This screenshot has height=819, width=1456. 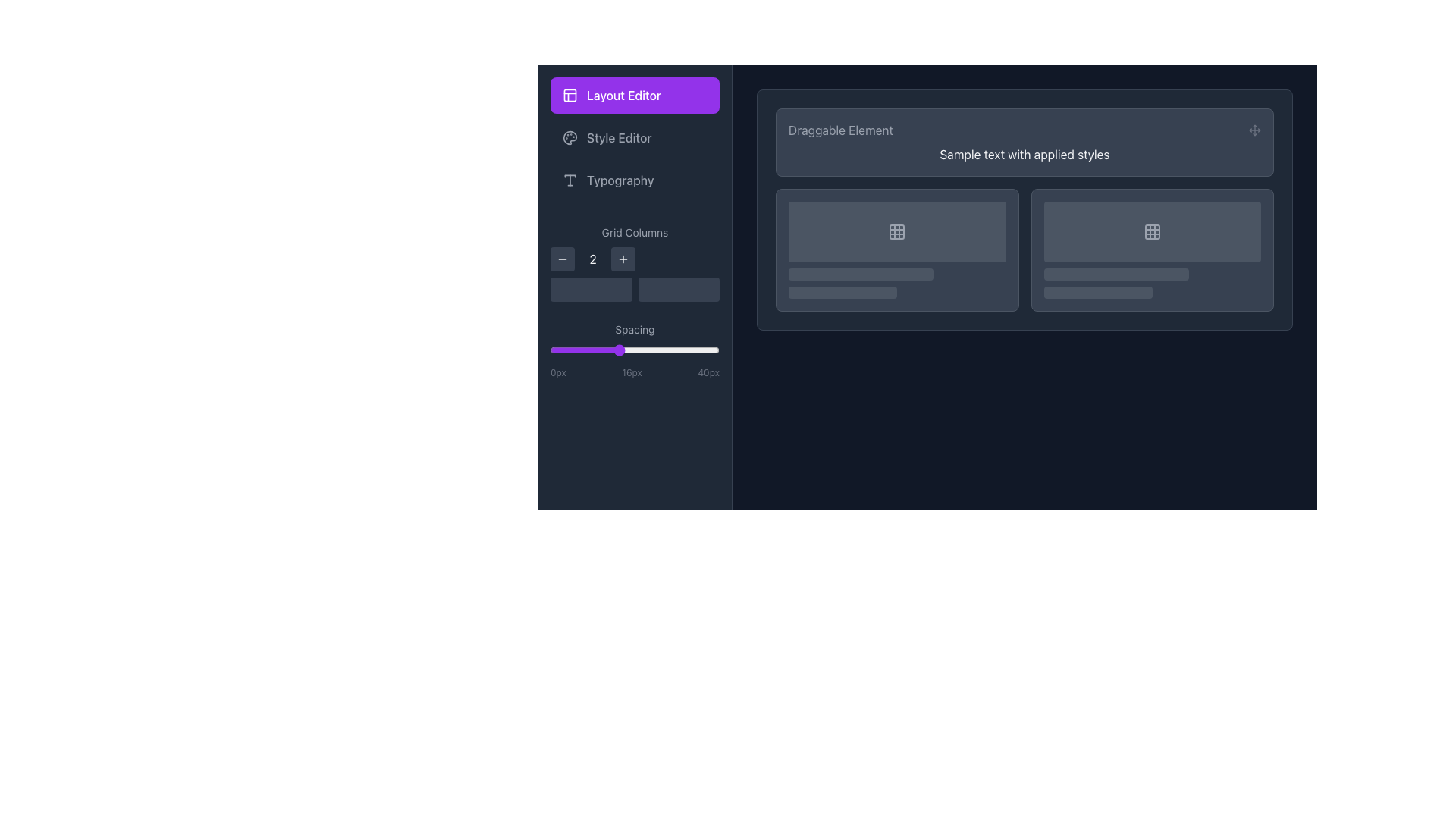 I want to click on spacing, so click(x=693, y=350).